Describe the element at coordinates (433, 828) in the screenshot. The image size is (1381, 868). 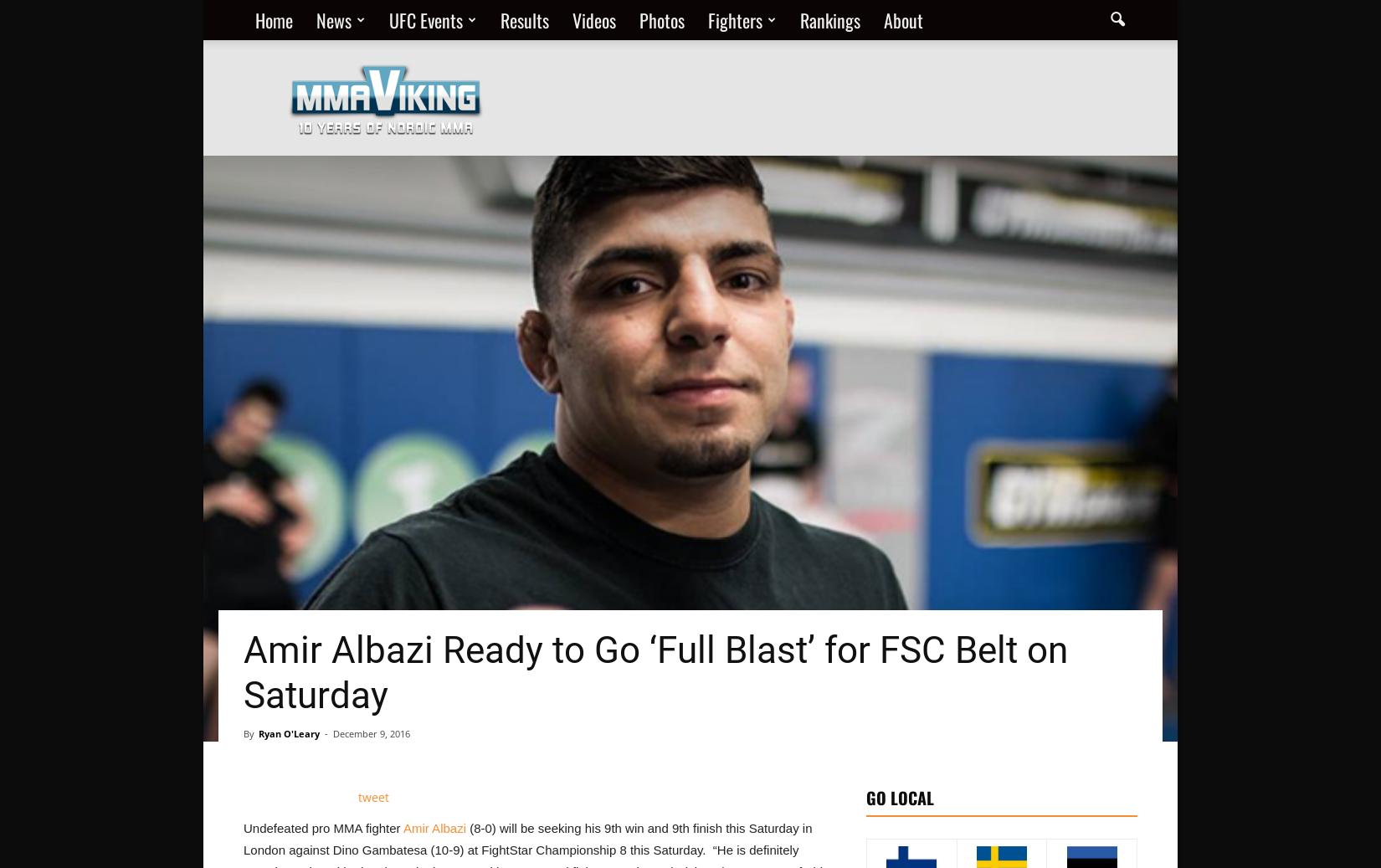
I see `'Amir Albazi'` at that location.